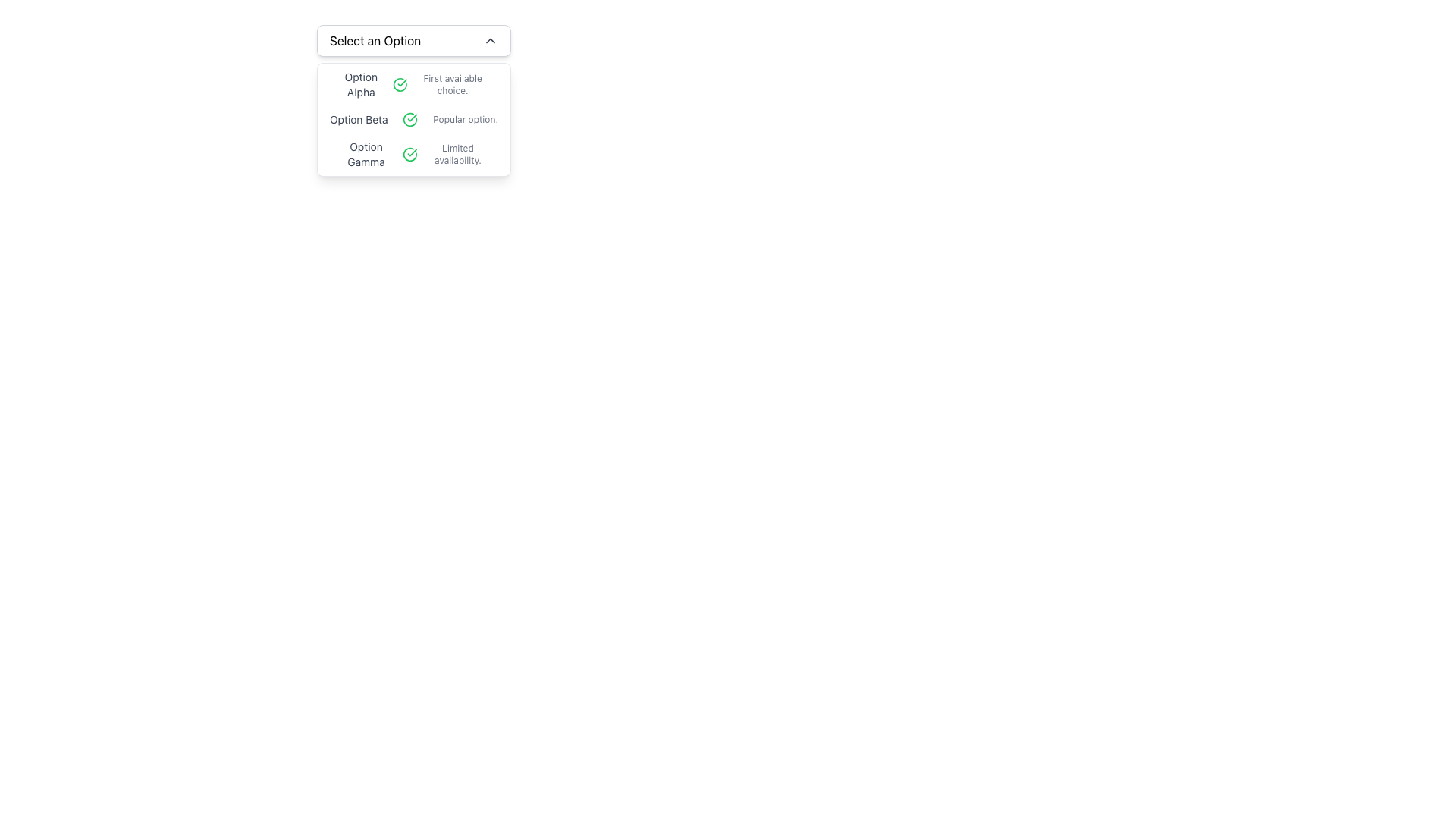  What do you see at coordinates (366, 155) in the screenshot?
I see `the text 'Option Gamma' in the dropdown selection menu` at bounding box center [366, 155].